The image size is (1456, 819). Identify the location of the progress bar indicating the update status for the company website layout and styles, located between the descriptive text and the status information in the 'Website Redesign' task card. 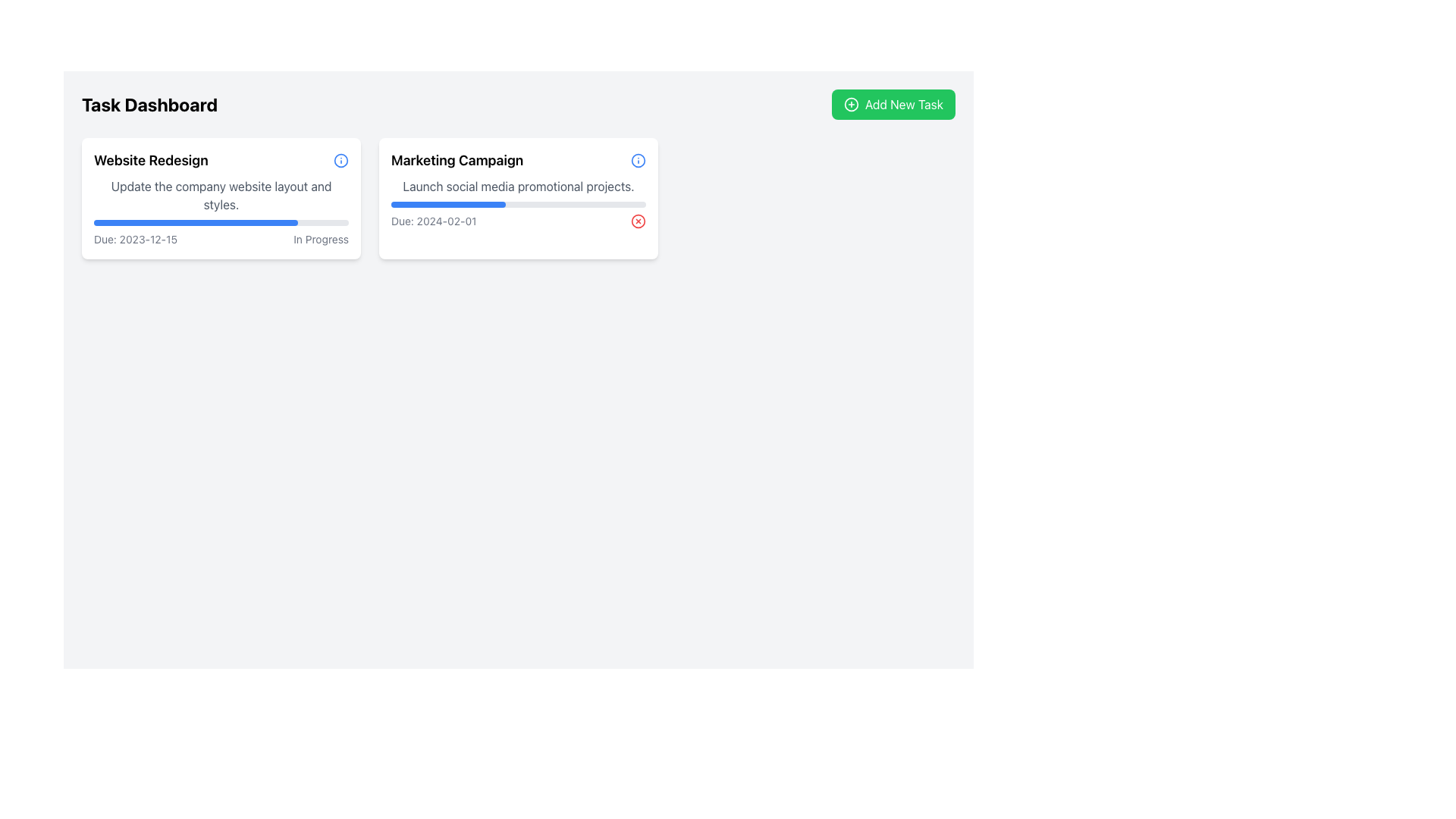
(221, 222).